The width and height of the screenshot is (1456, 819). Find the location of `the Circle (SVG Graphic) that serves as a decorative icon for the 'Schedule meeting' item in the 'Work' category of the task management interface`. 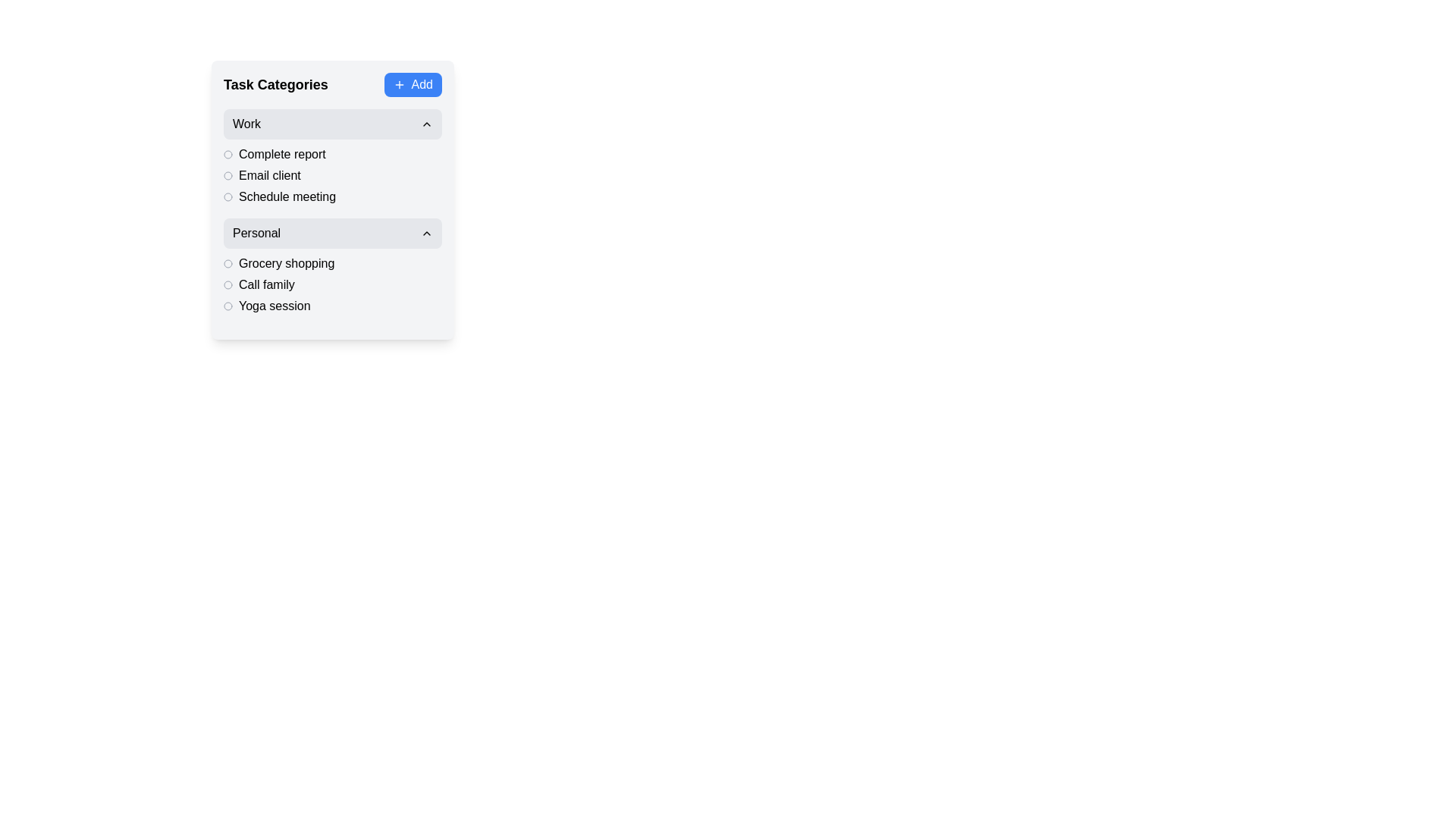

the Circle (SVG Graphic) that serves as a decorative icon for the 'Schedule meeting' item in the 'Work' category of the task management interface is located at coordinates (227, 196).